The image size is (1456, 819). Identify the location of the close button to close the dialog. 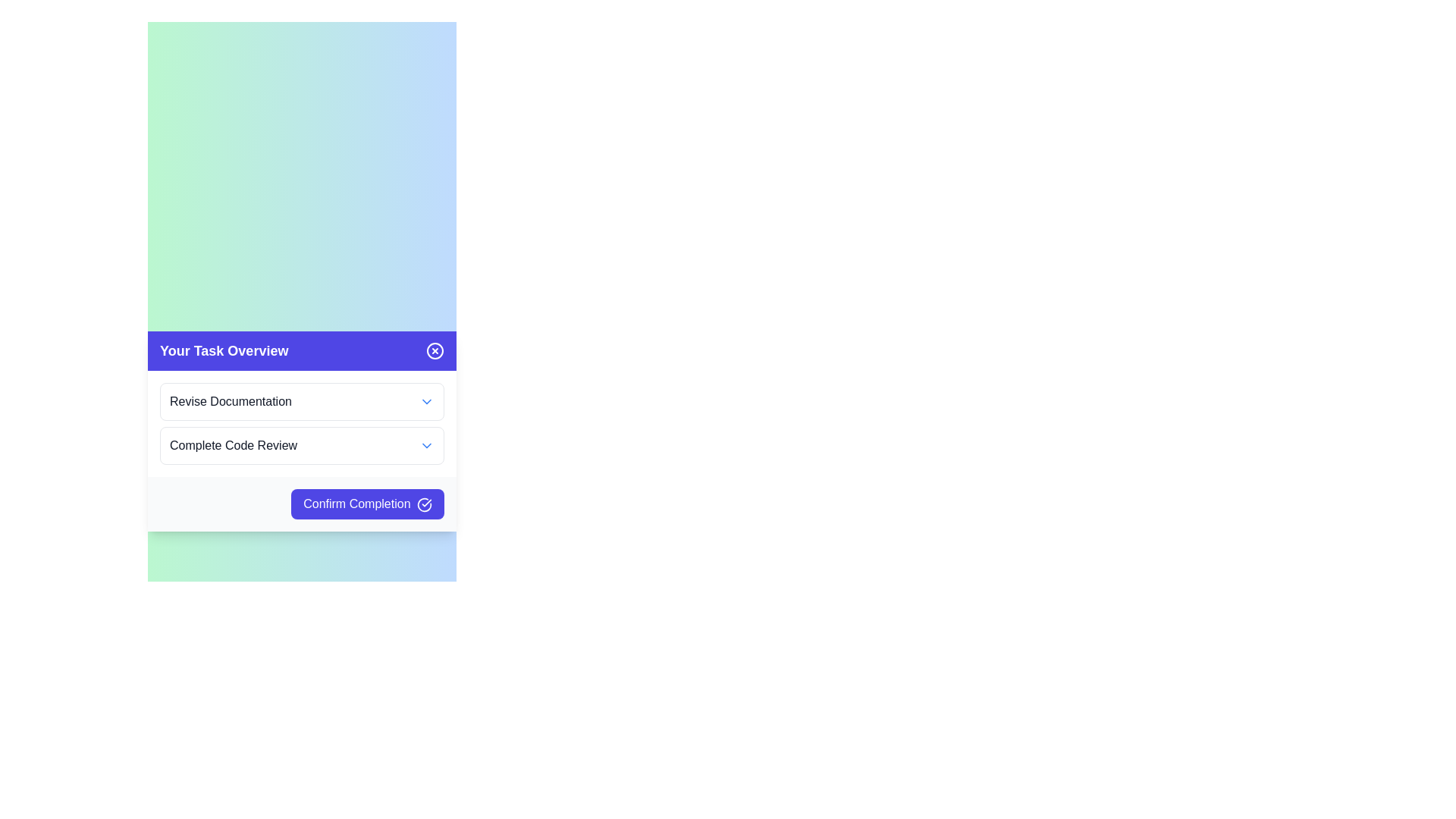
(435, 350).